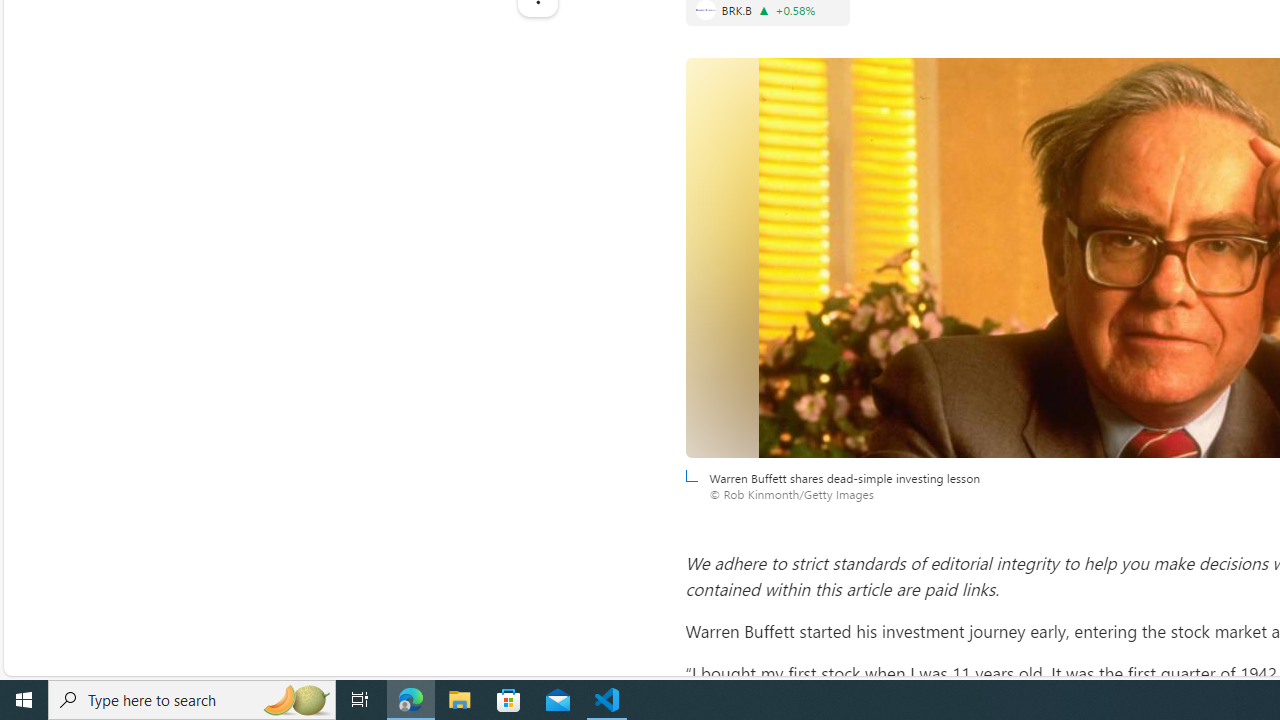  What do you see at coordinates (705, 10) in the screenshot?
I see `'BERKSHIRE HATHAWAY INC.'` at bounding box center [705, 10].